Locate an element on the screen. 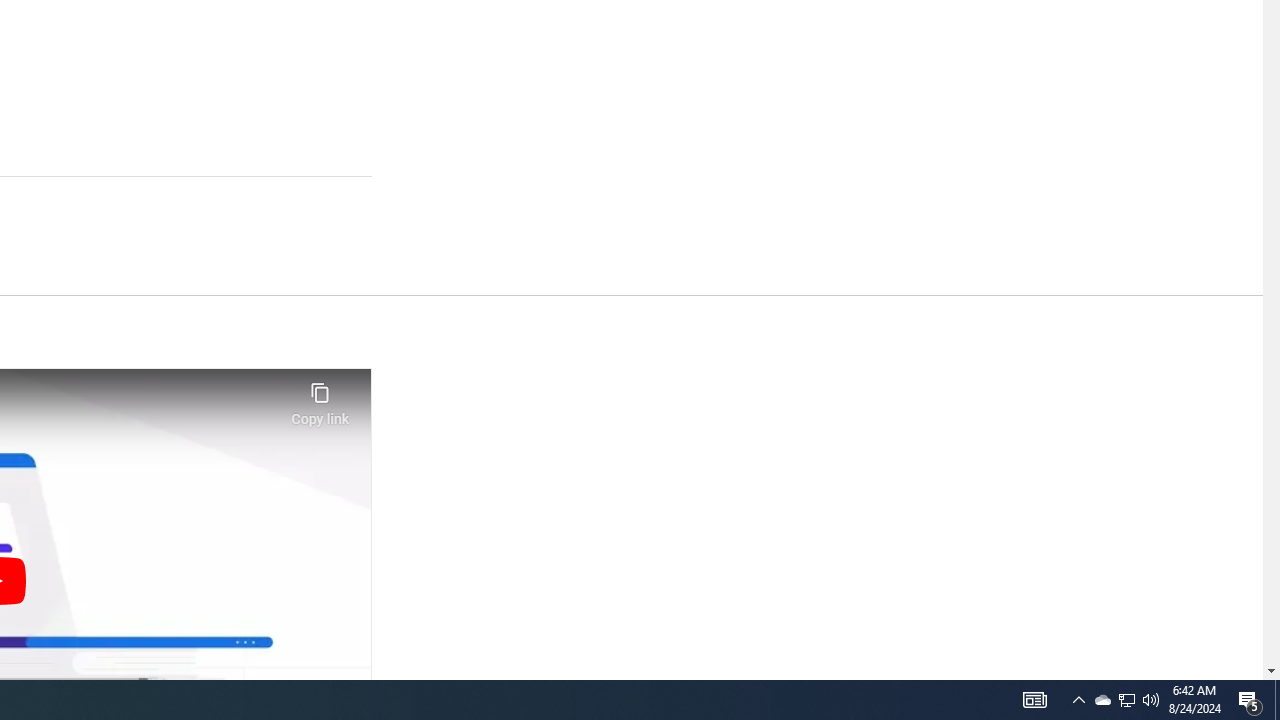 The height and width of the screenshot is (720, 1280). 'Copy link' is located at coordinates (320, 398).